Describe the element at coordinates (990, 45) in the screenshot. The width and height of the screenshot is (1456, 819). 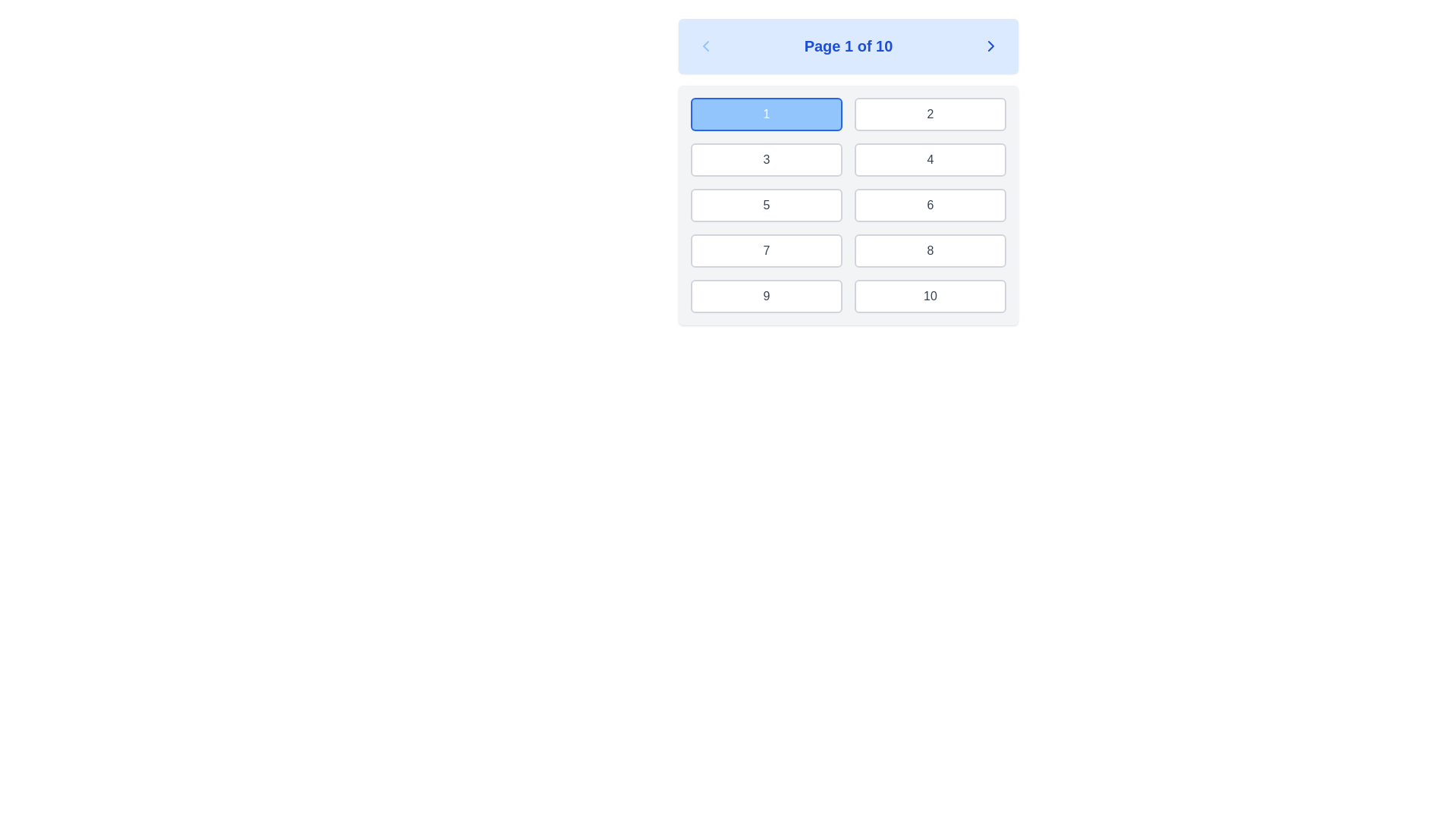
I see `the chevron pointing right icon located in the top-right corner of the header section, which is adjacent to a red icon, to navigate to the next page or section` at that location.